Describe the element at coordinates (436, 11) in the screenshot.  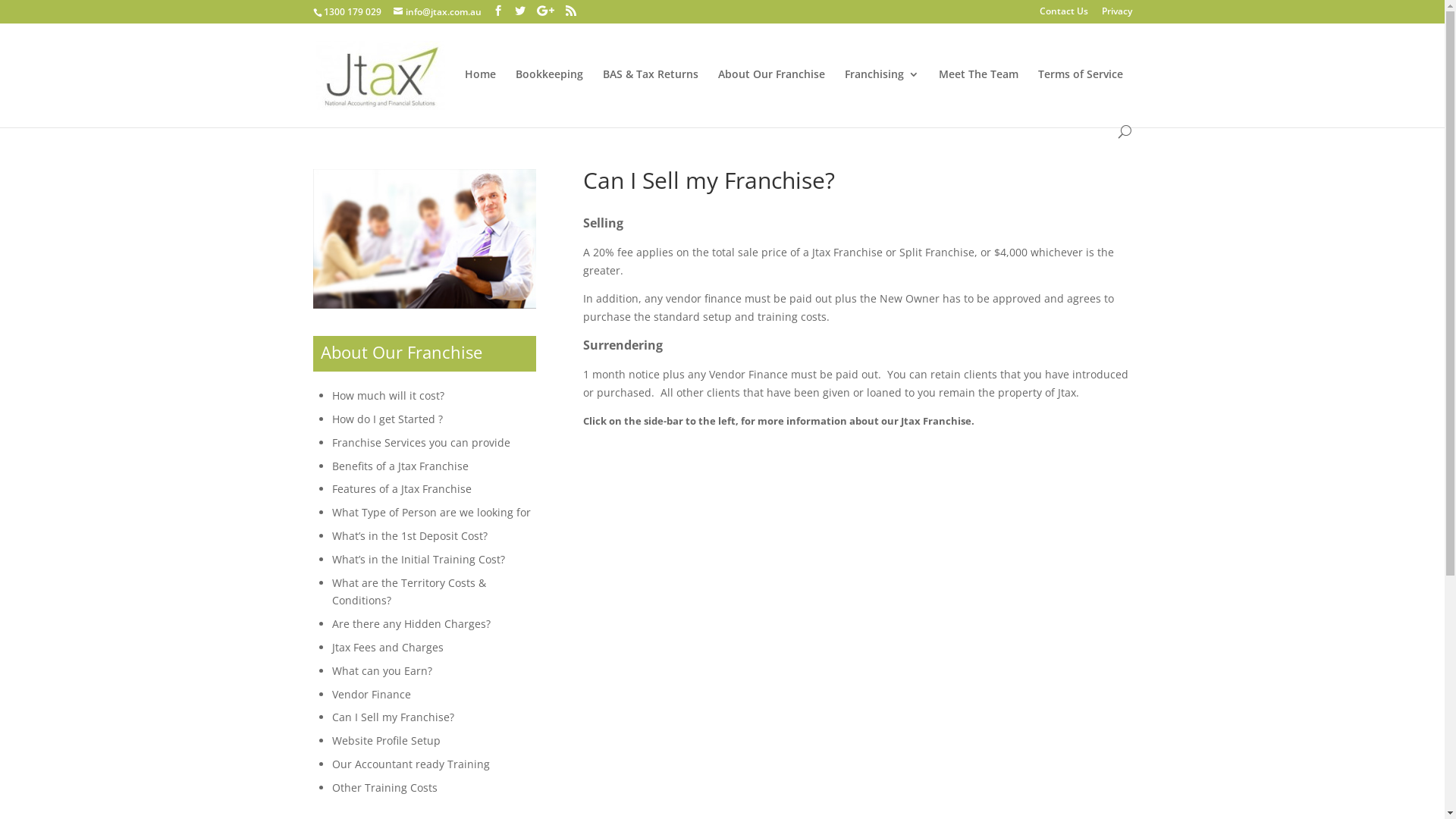
I see `'info@jtax.com.au'` at that location.